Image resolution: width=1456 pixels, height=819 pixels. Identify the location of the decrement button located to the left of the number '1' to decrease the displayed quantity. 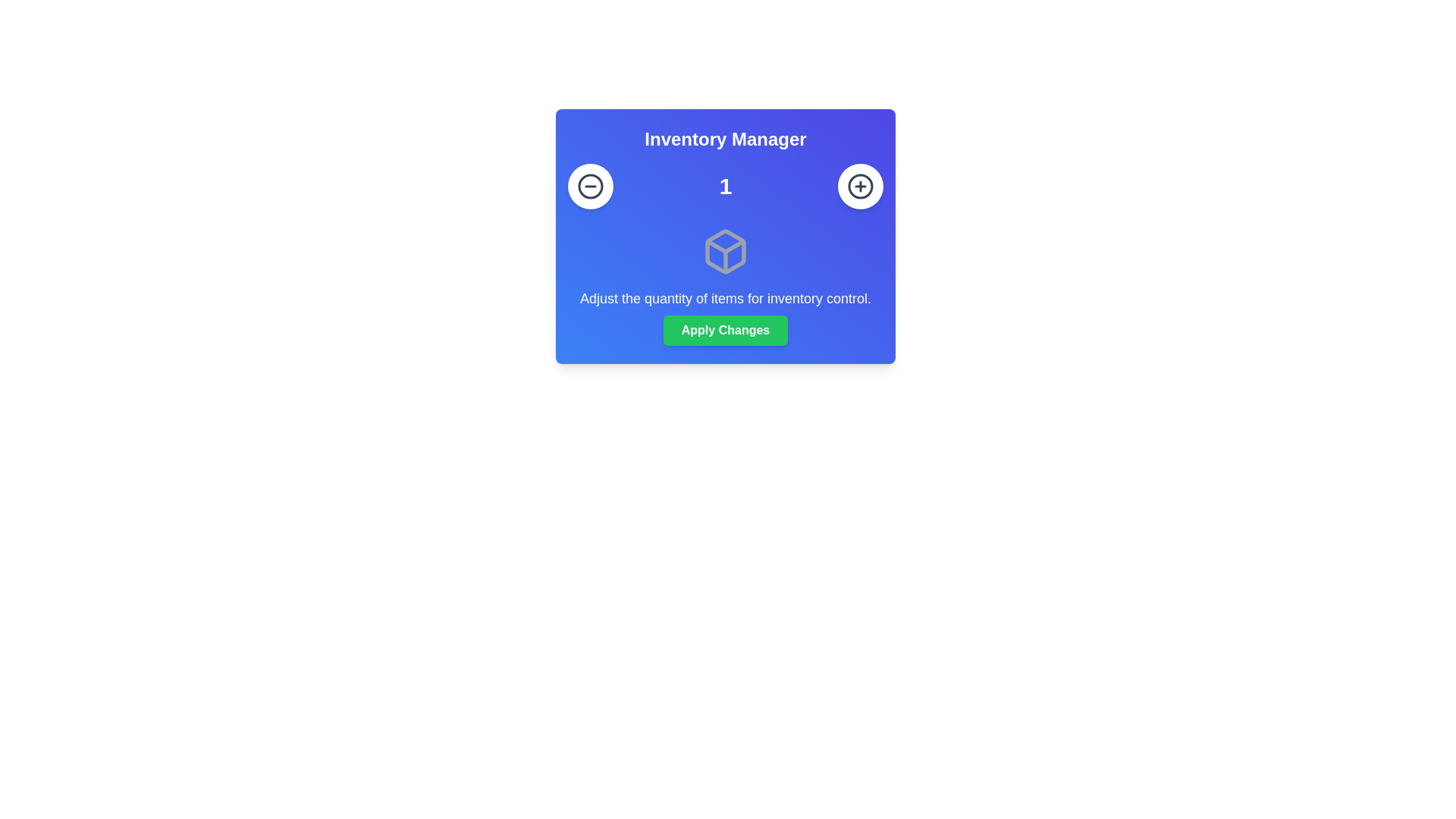
(589, 186).